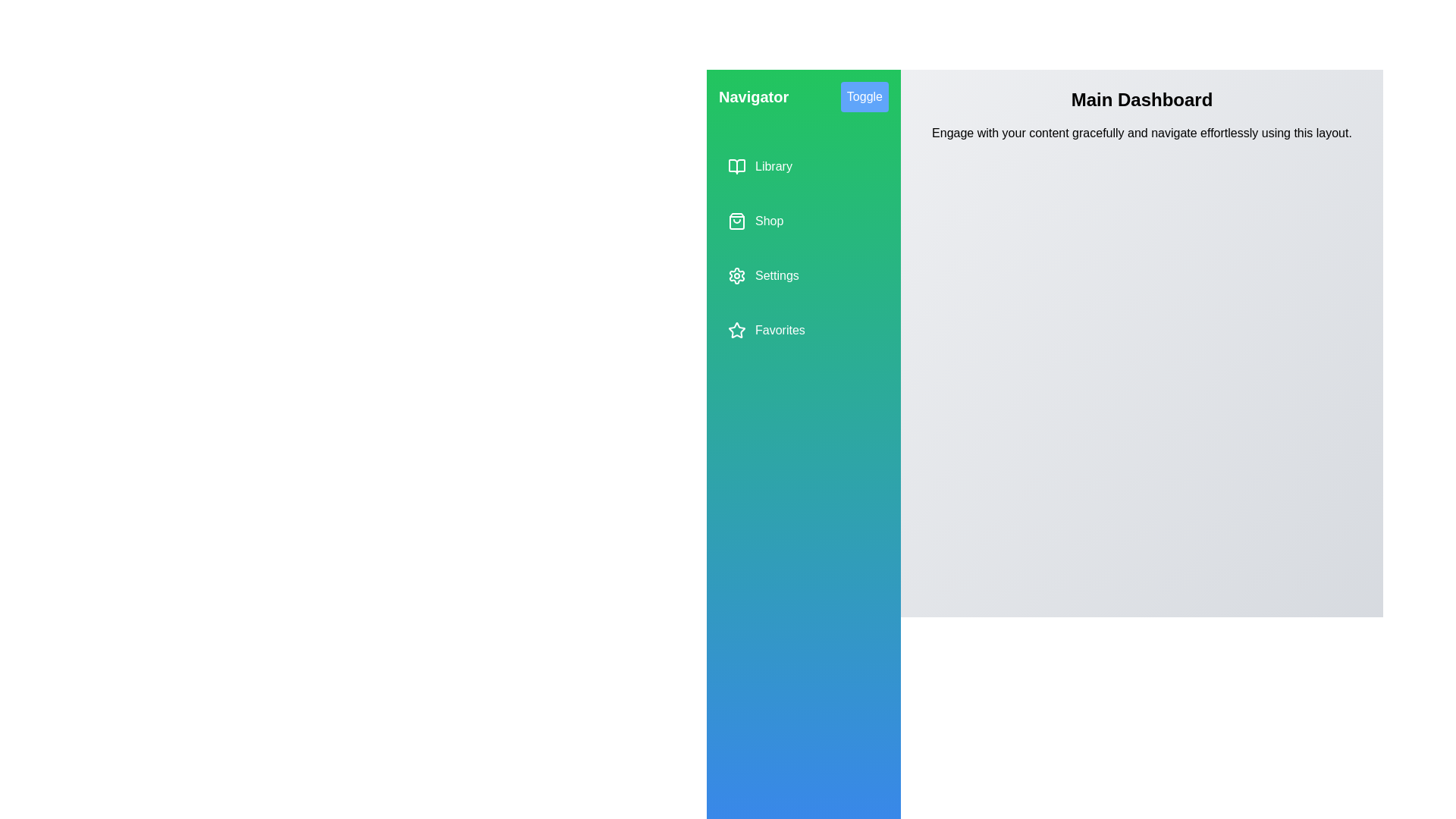 This screenshot has height=819, width=1456. Describe the element at coordinates (864, 96) in the screenshot. I see `the 'Toggle' button to toggle the drawer state` at that location.